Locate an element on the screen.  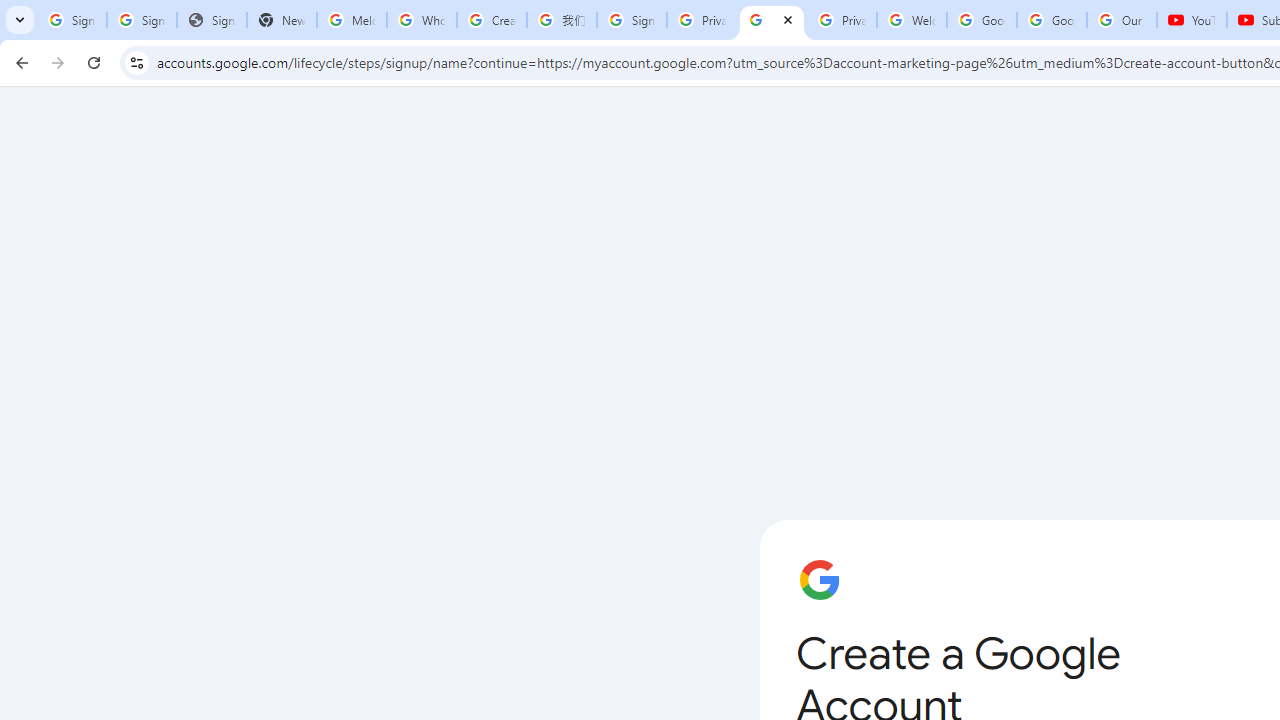
'Sign in - Google Accounts' is located at coordinates (630, 20).